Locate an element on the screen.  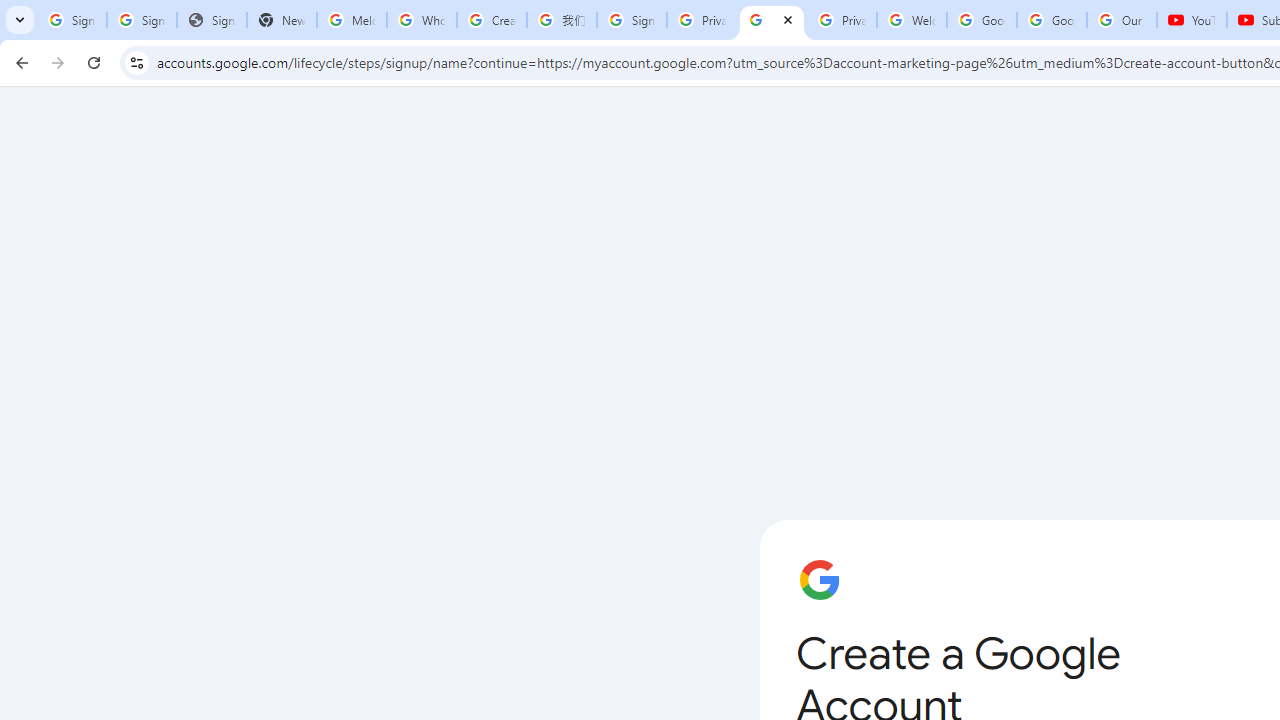
'Sign in - Google Accounts' is located at coordinates (630, 20).